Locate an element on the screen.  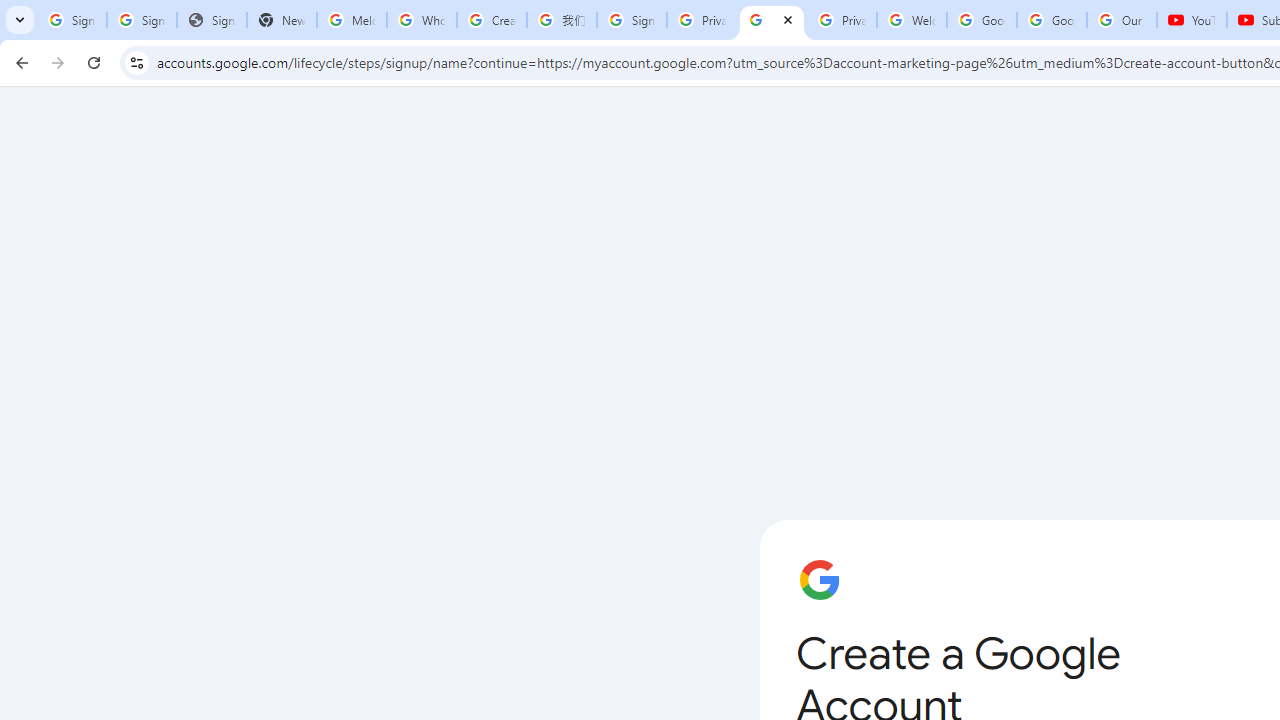
'Sign in - Google Accounts' is located at coordinates (630, 20).